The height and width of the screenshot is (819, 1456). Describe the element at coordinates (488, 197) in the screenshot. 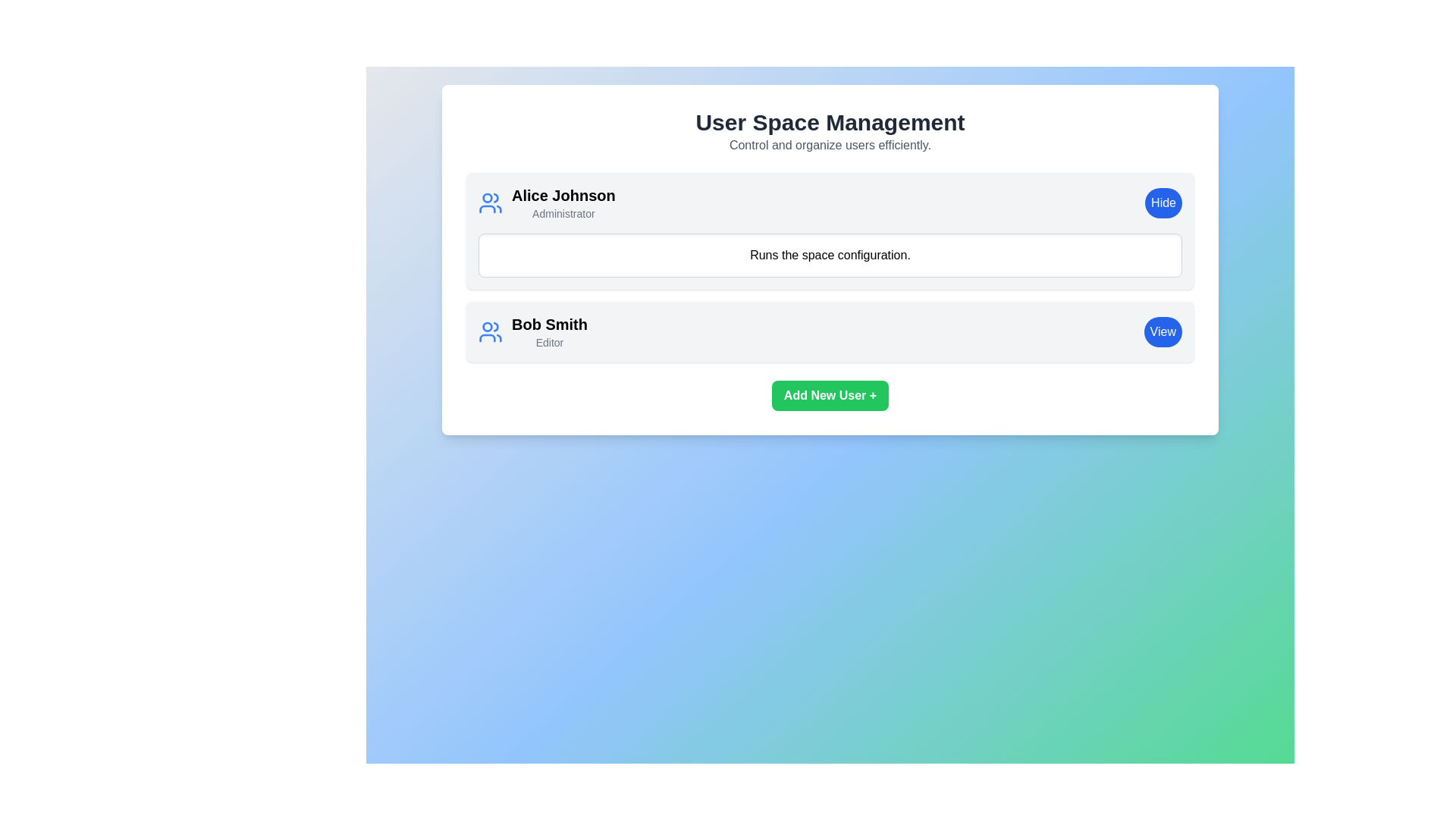

I see `the small circular profile icon representing user 'Alice Johnson'` at that location.